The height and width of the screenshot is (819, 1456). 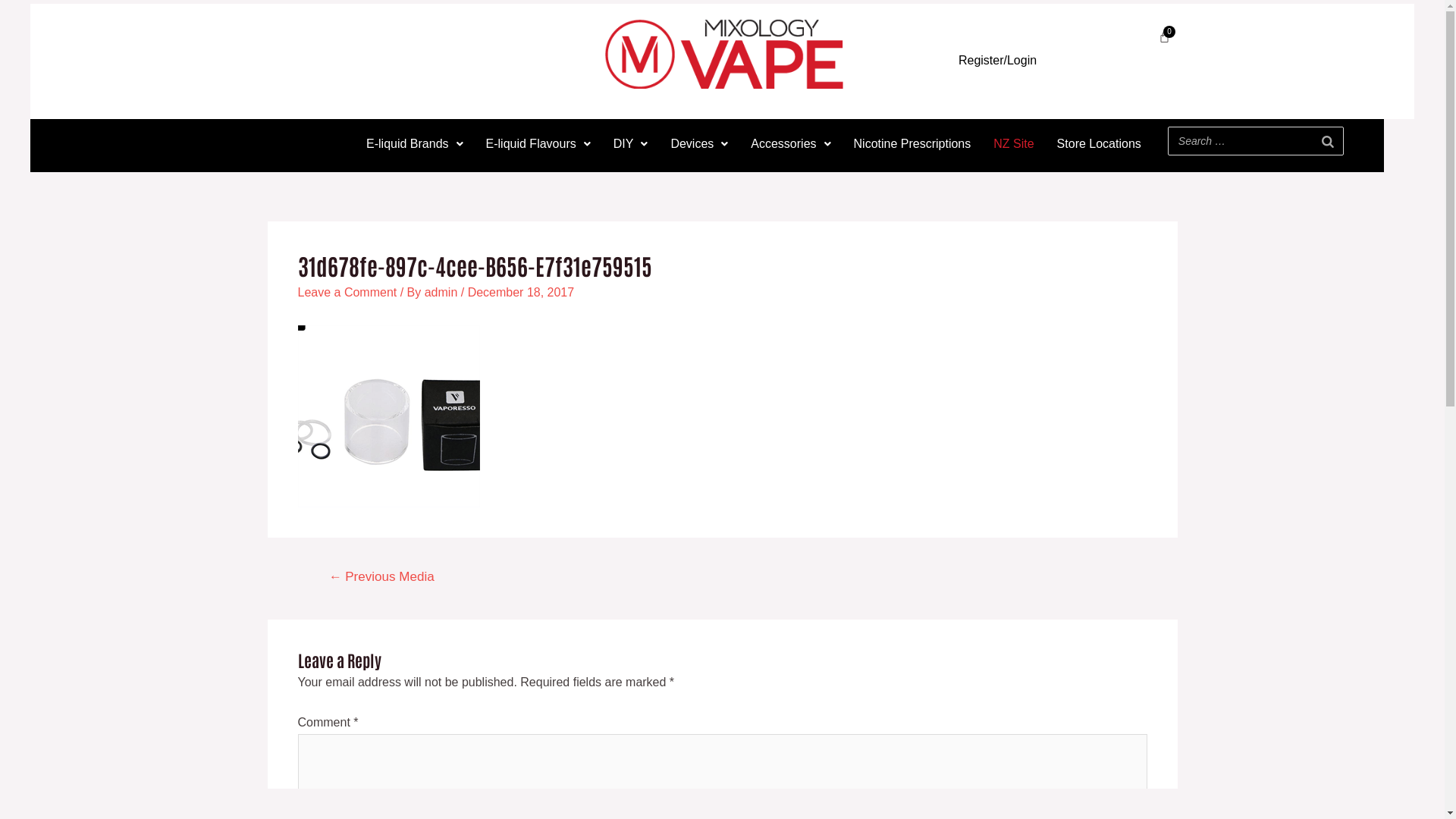 What do you see at coordinates (1163, 36) in the screenshot?
I see `'Cart'` at bounding box center [1163, 36].